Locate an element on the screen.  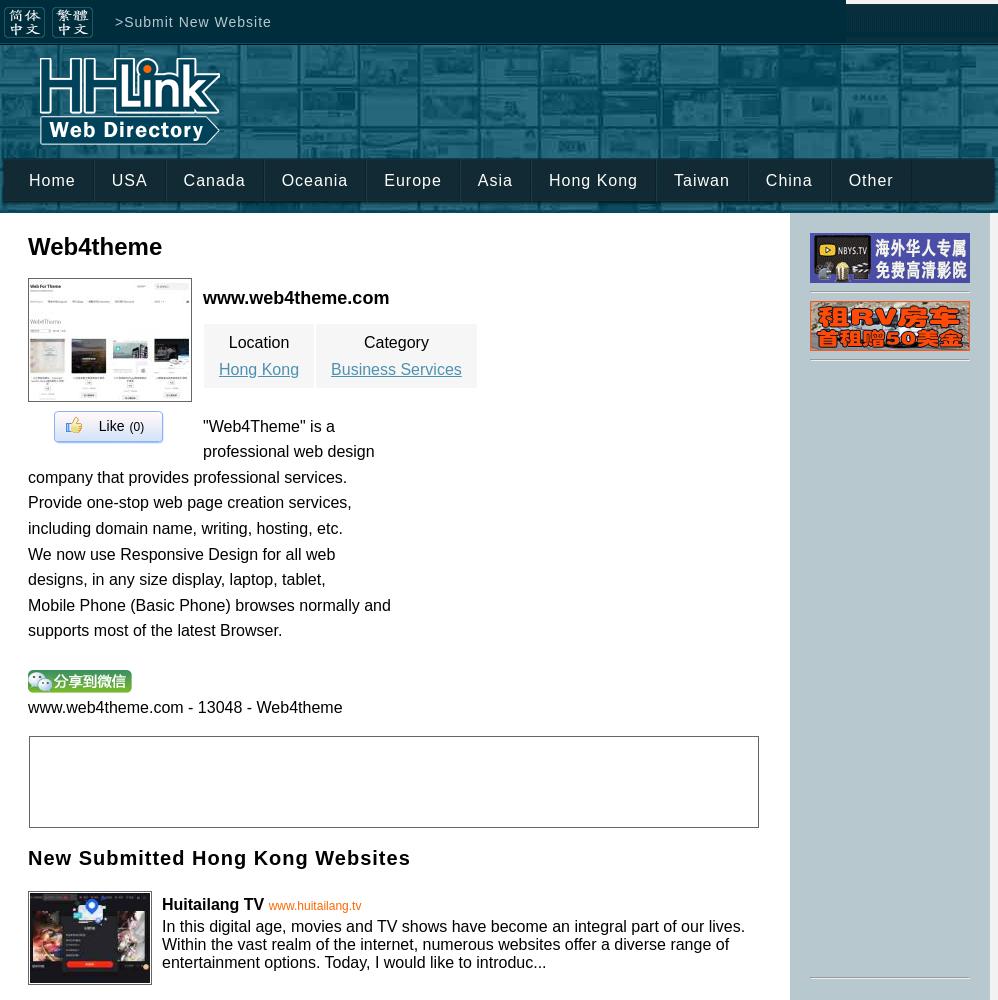
'Like' is located at coordinates (110, 426).